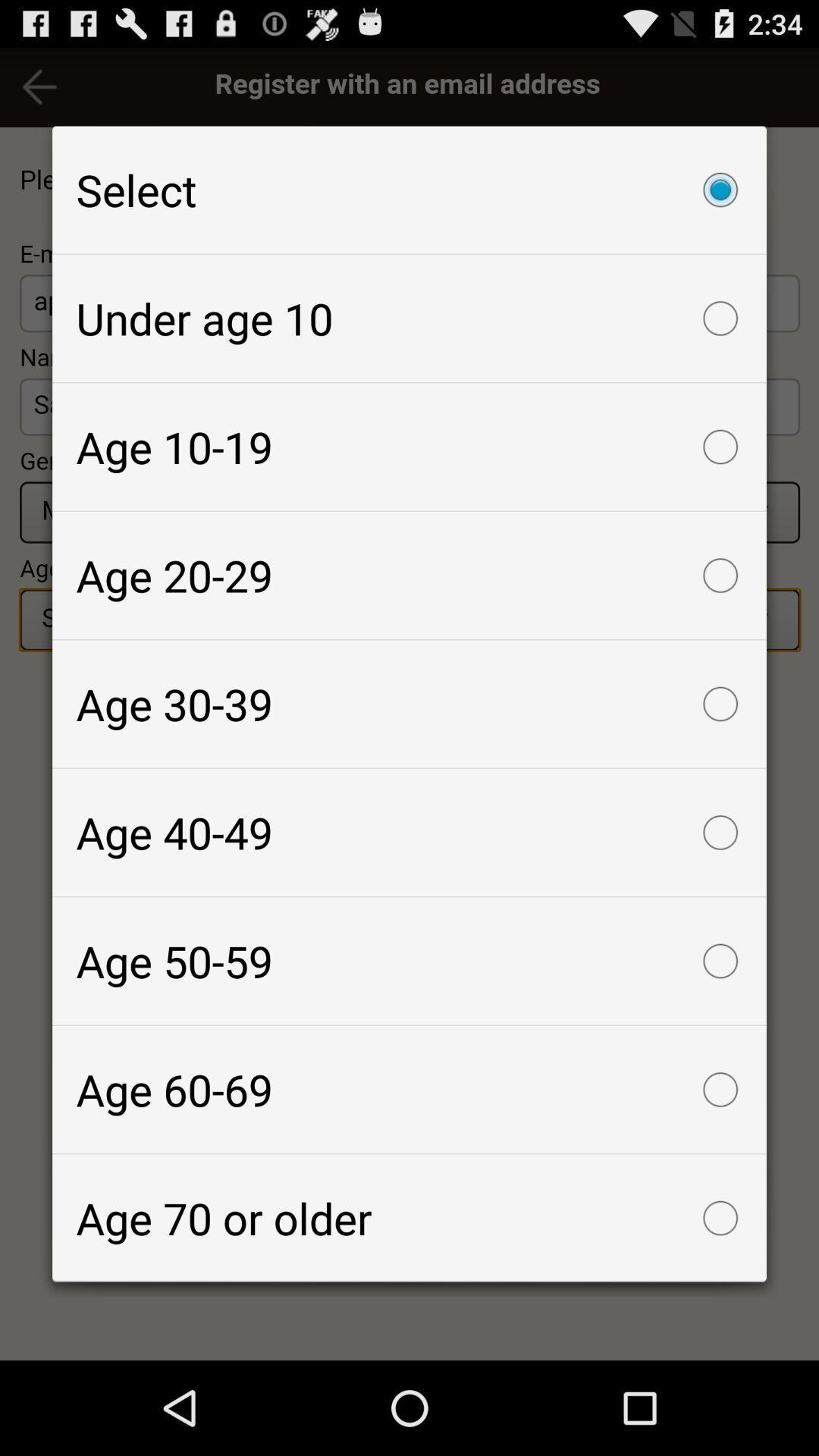  What do you see at coordinates (409, 703) in the screenshot?
I see `icon above age 40-49 icon` at bounding box center [409, 703].